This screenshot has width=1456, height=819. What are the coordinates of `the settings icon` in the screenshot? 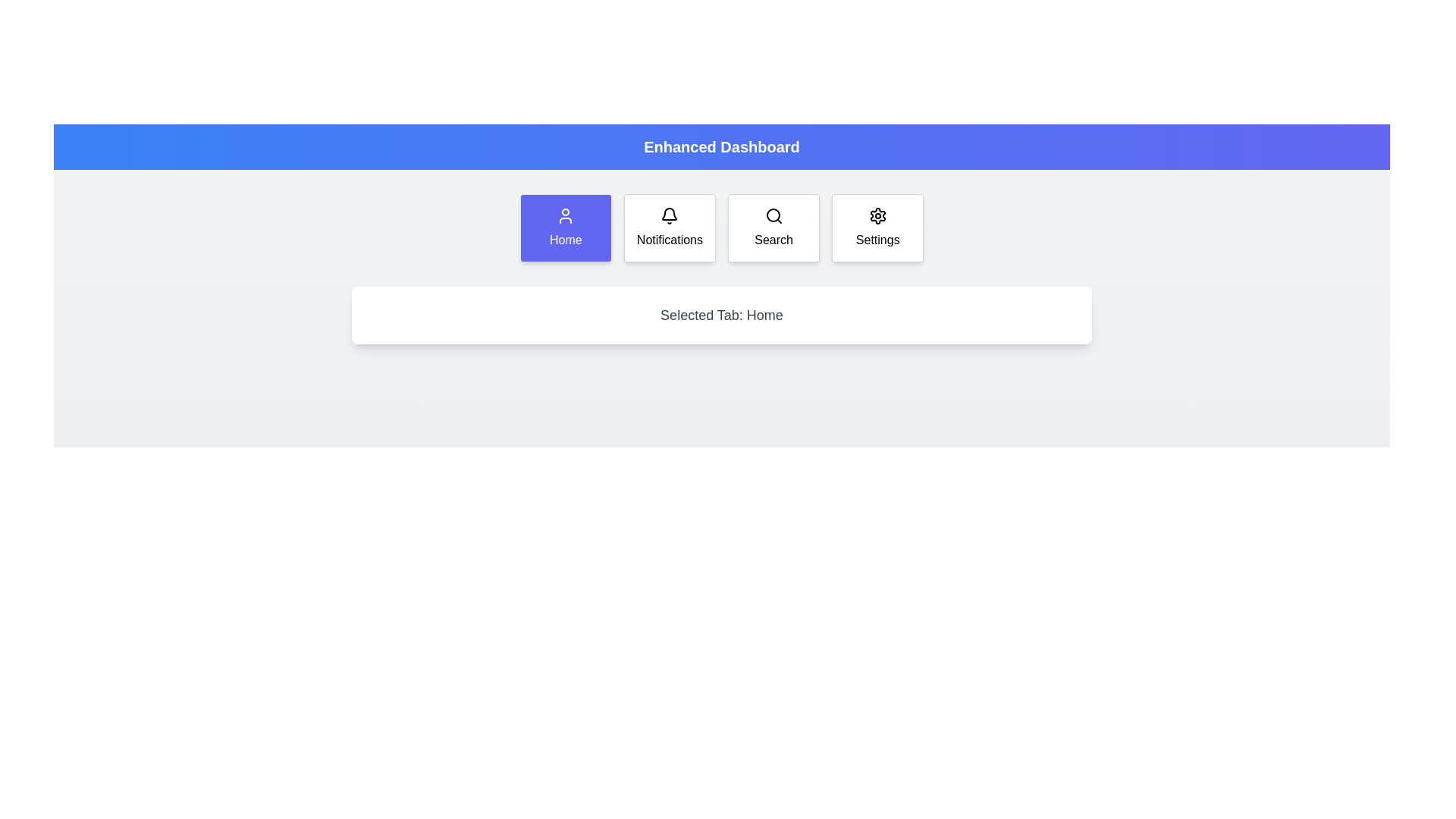 It's located at (877, 216).